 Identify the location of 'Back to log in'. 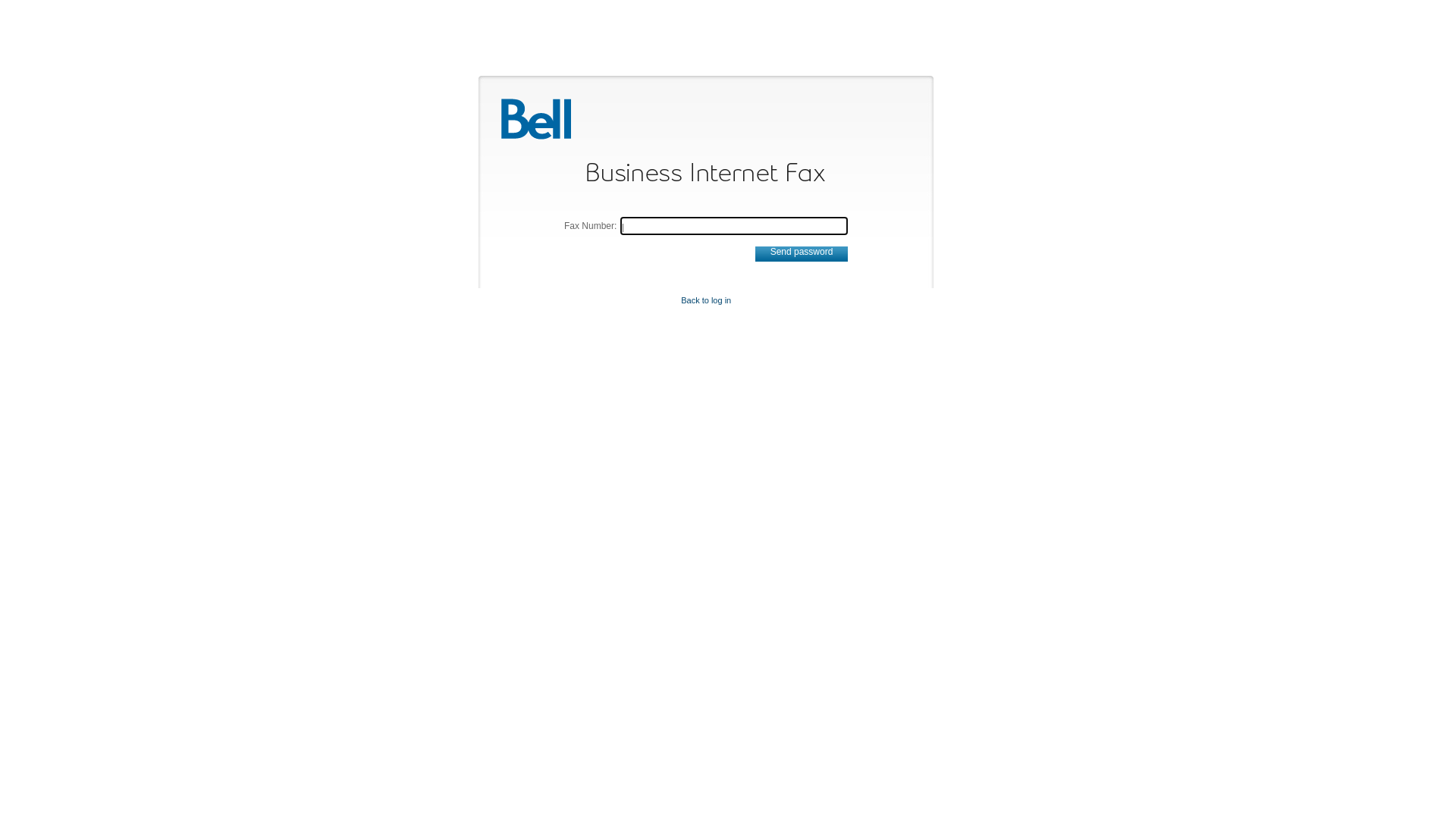
(679, 300).